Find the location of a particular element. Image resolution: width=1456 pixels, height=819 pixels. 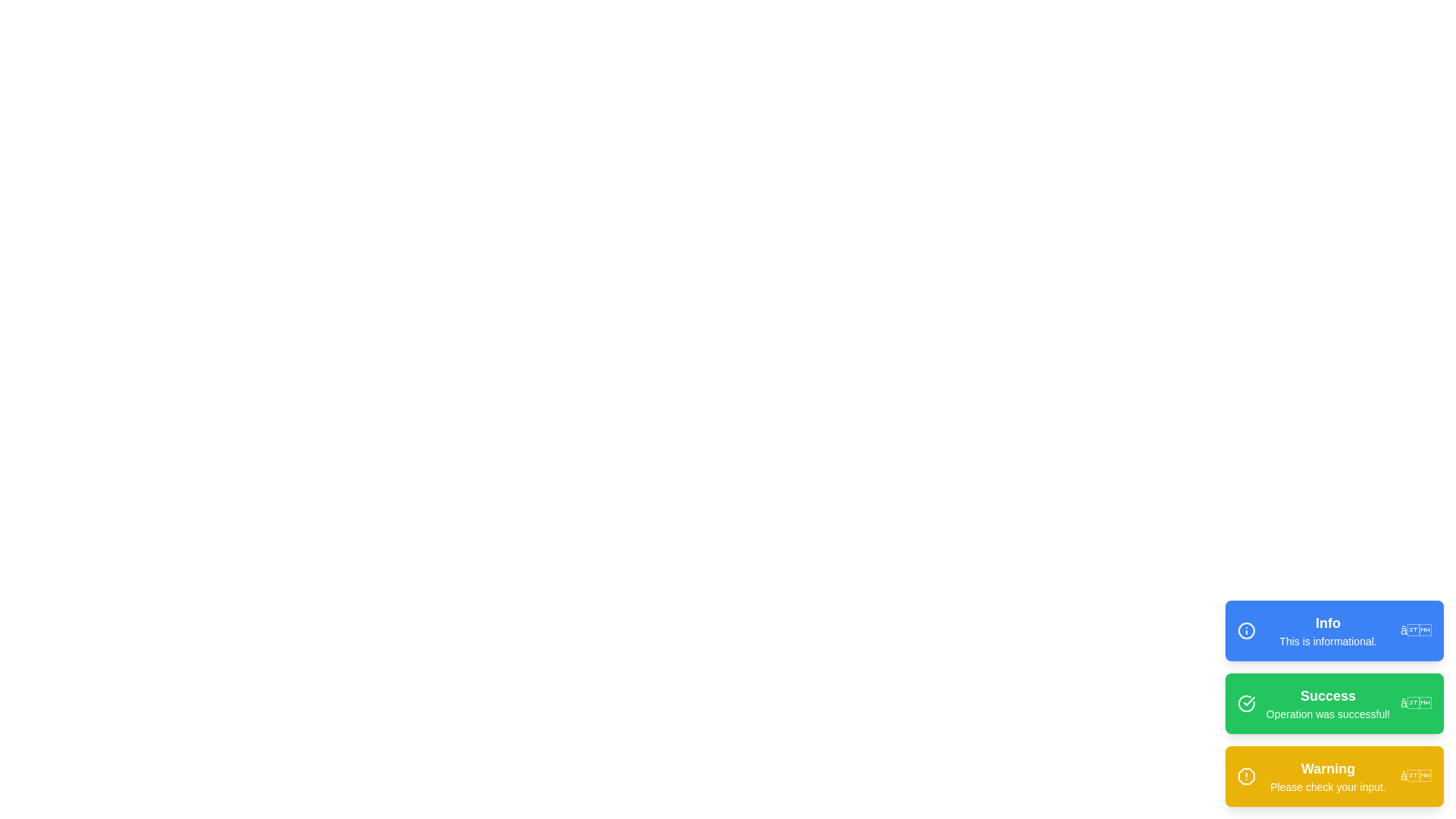

the close button represented by the symbol '✕' in the top-right corner of the success notification box is located at coordinates (1415, 704).